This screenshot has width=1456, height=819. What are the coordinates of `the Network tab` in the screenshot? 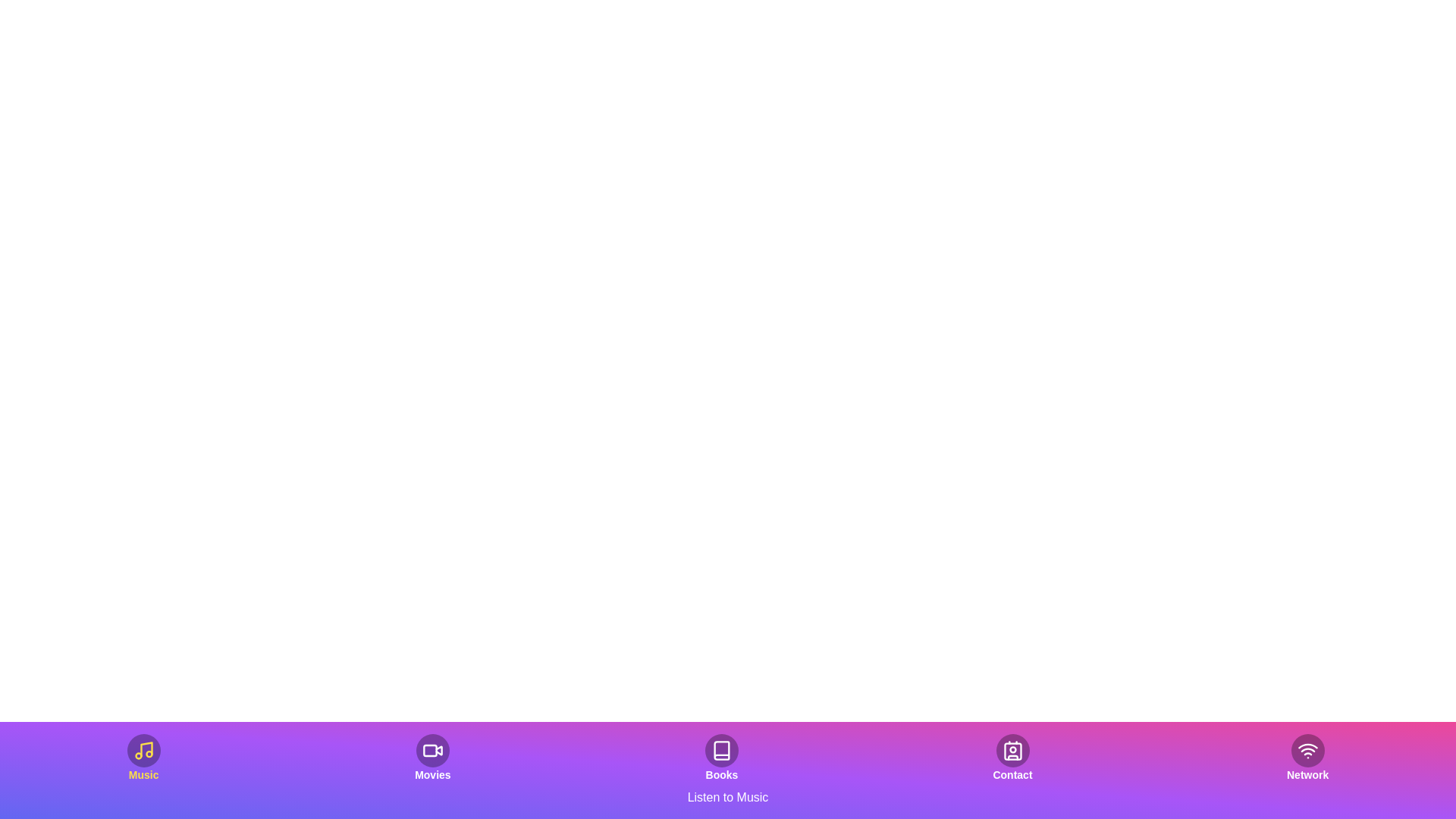 It's located at (1307, 758).